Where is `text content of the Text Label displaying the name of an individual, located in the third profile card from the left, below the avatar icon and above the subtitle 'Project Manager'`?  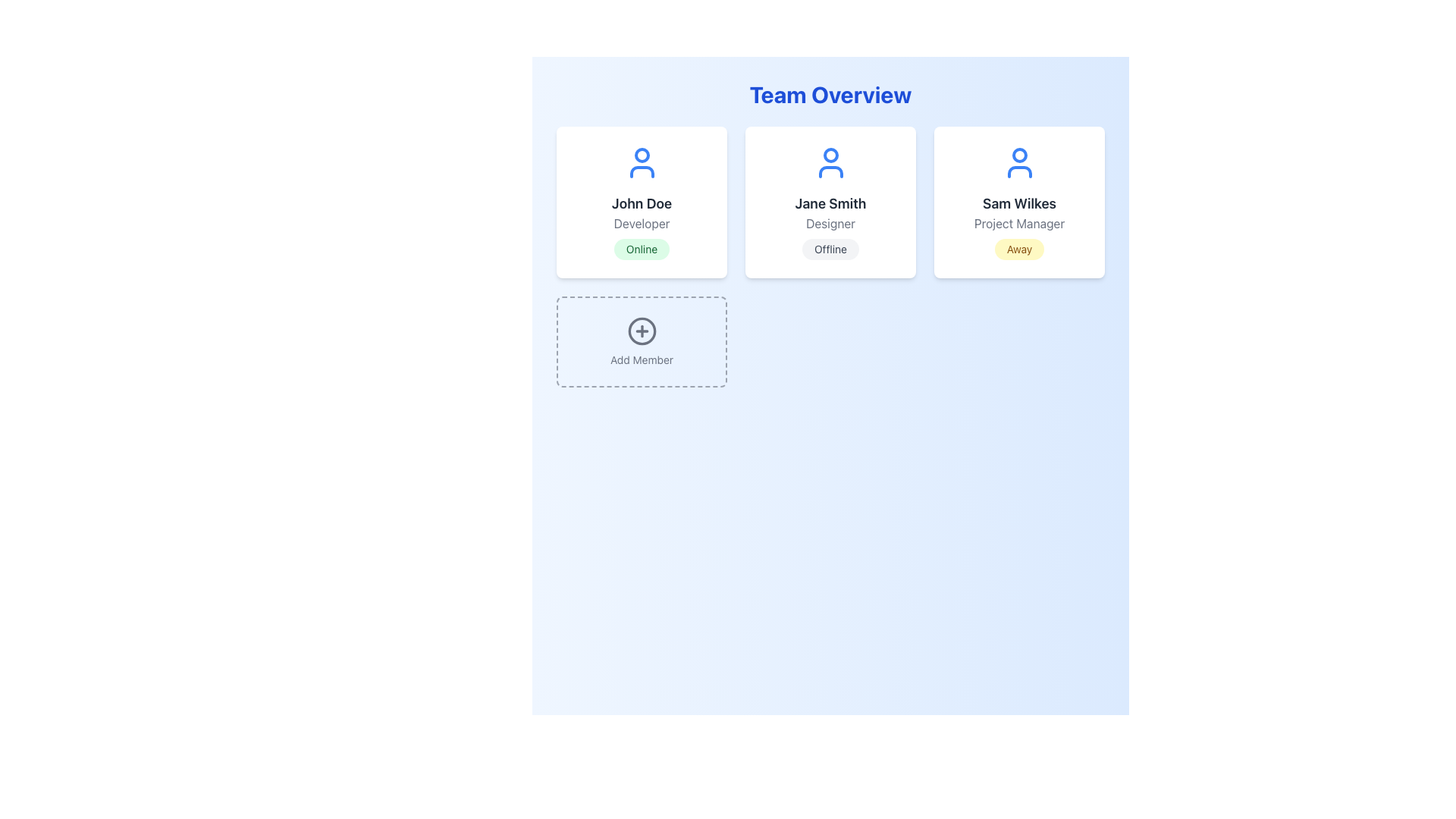
text content of the Text Label displaying the name of an individual, located in the third profile card from the left, below the avatar icon and above the subtitle 'Project Manager' is located at coordinates (1019, 203).